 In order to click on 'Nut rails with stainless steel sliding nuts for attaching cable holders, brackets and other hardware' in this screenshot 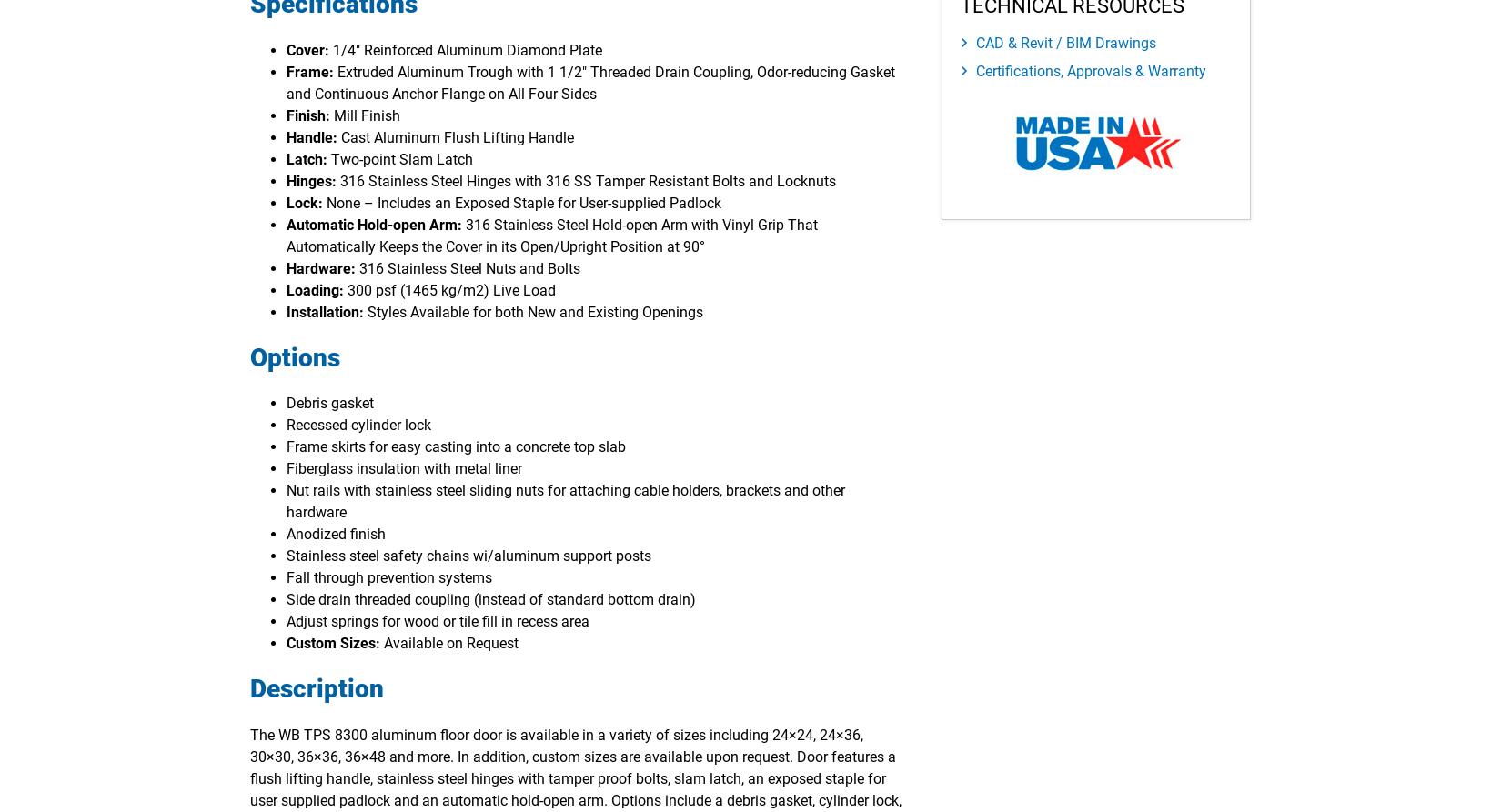, I will do `click(286, 500)`.